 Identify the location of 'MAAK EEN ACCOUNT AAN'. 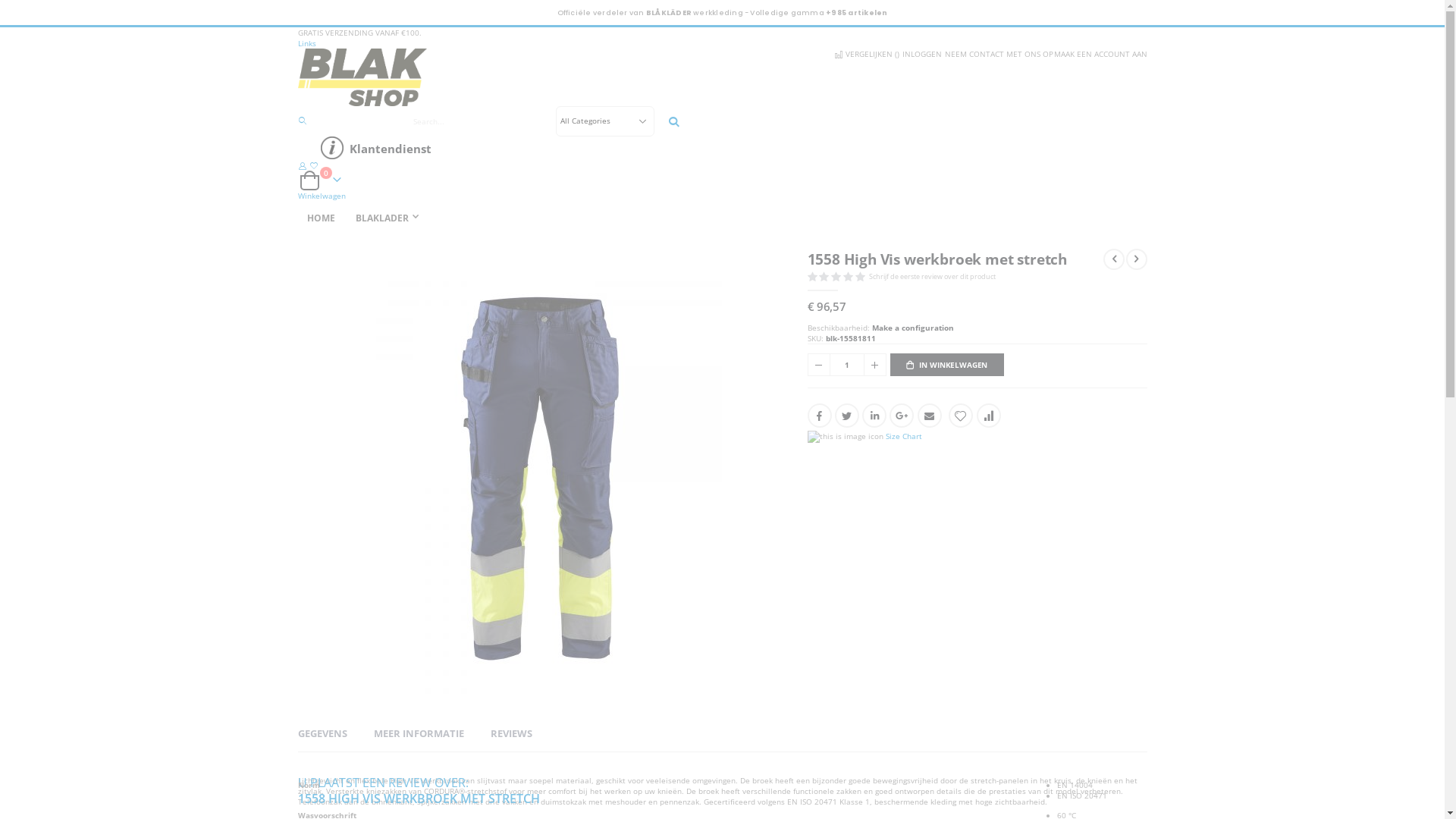
(1099, 52).